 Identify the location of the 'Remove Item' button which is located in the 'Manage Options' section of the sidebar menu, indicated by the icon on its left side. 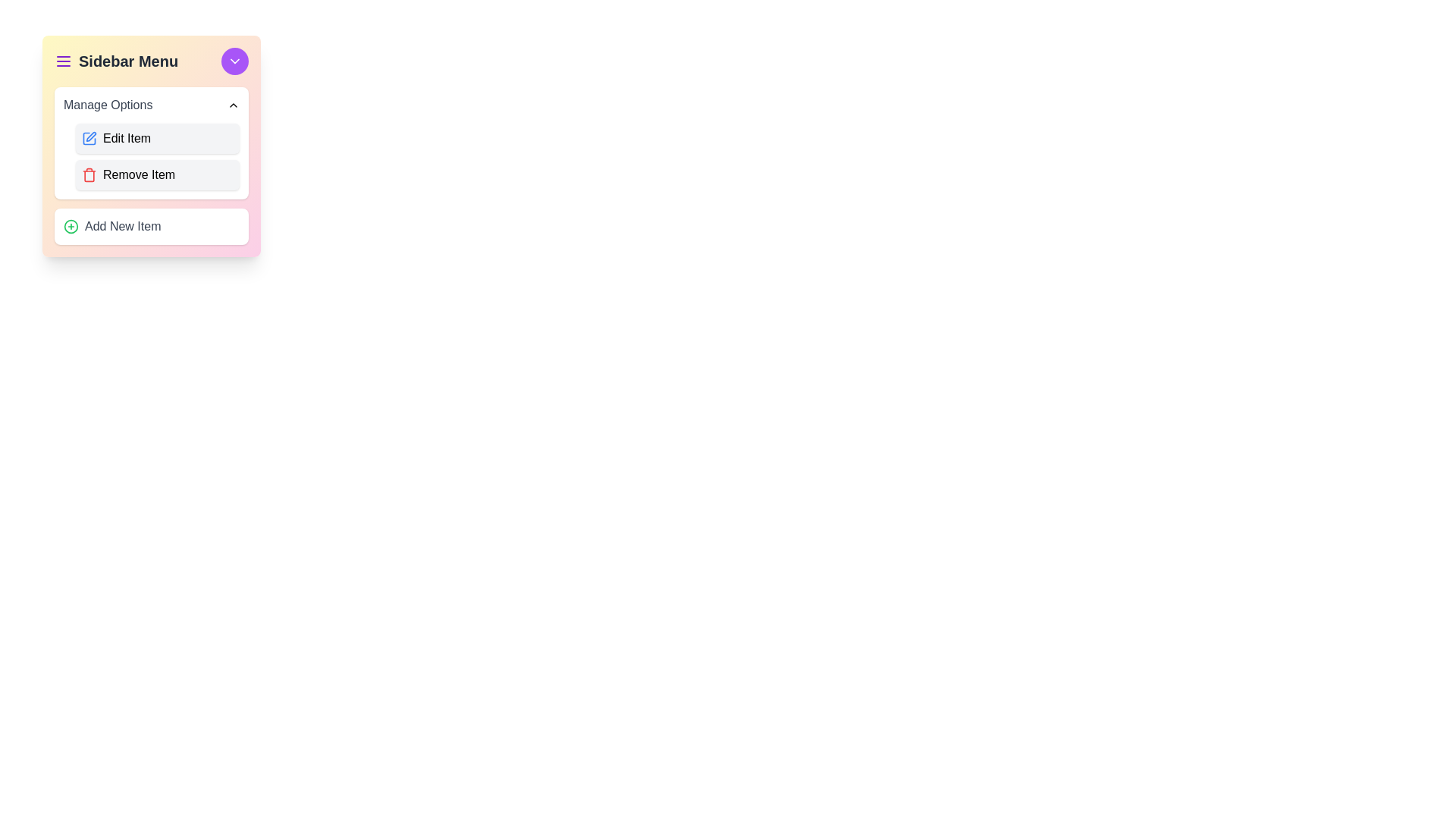
(89, 174).